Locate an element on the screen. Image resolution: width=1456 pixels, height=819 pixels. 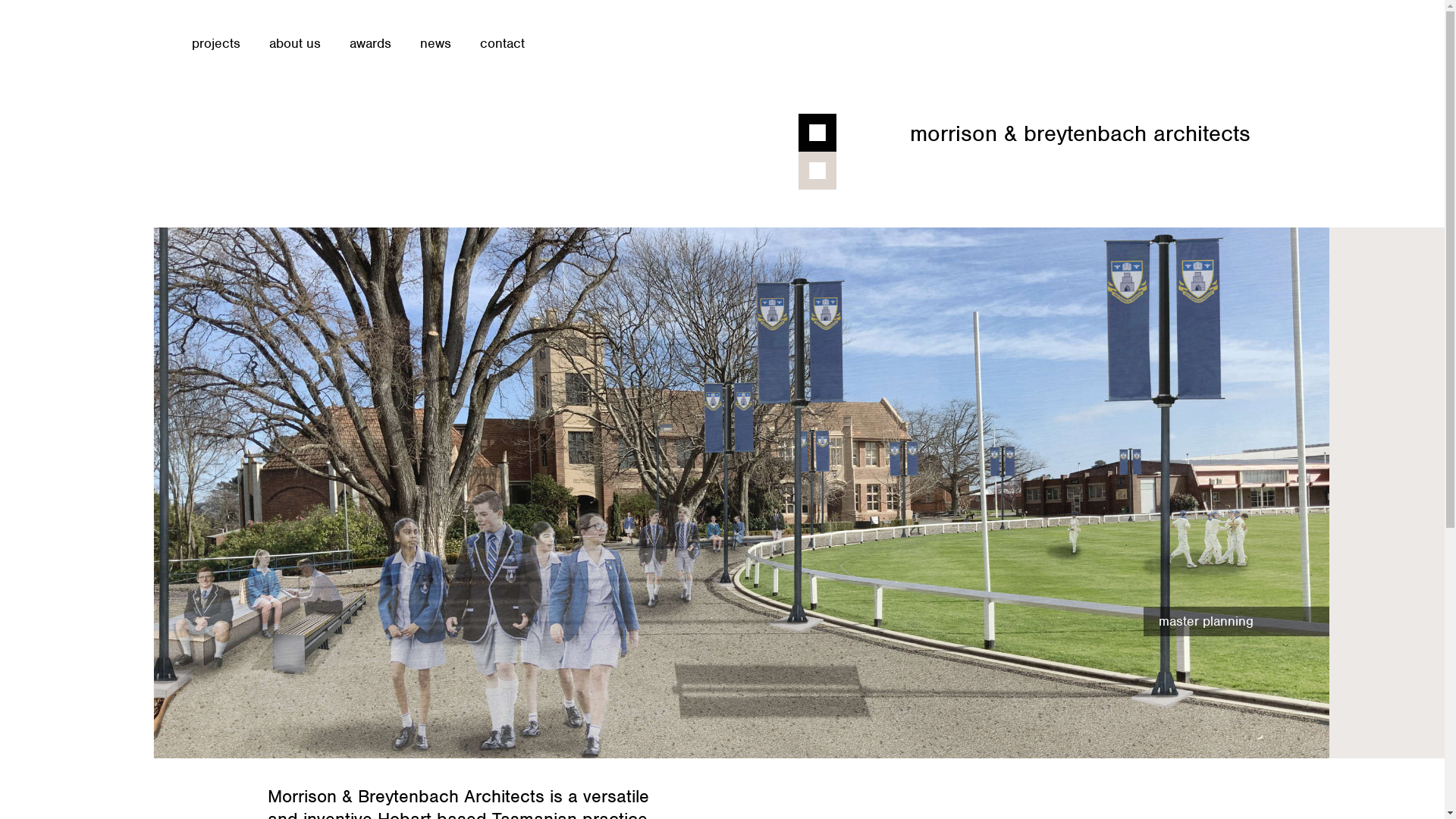
'projects' is located at coordinates (214, 42).